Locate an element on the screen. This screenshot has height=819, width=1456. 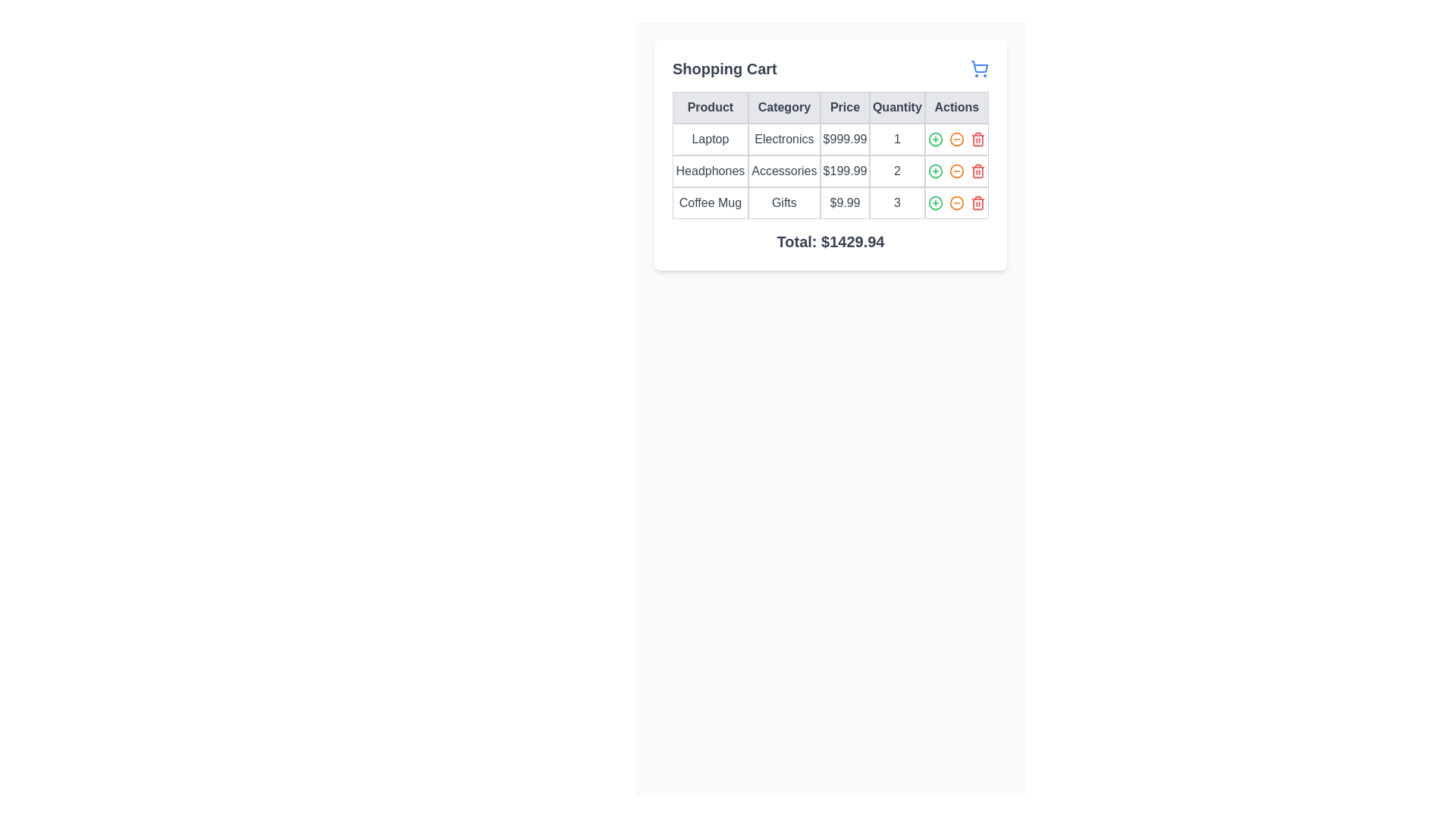
the 'Category' text label displaying the 'Coffee Mug' item in the shopping cart table is located at coordinates (784, 202).